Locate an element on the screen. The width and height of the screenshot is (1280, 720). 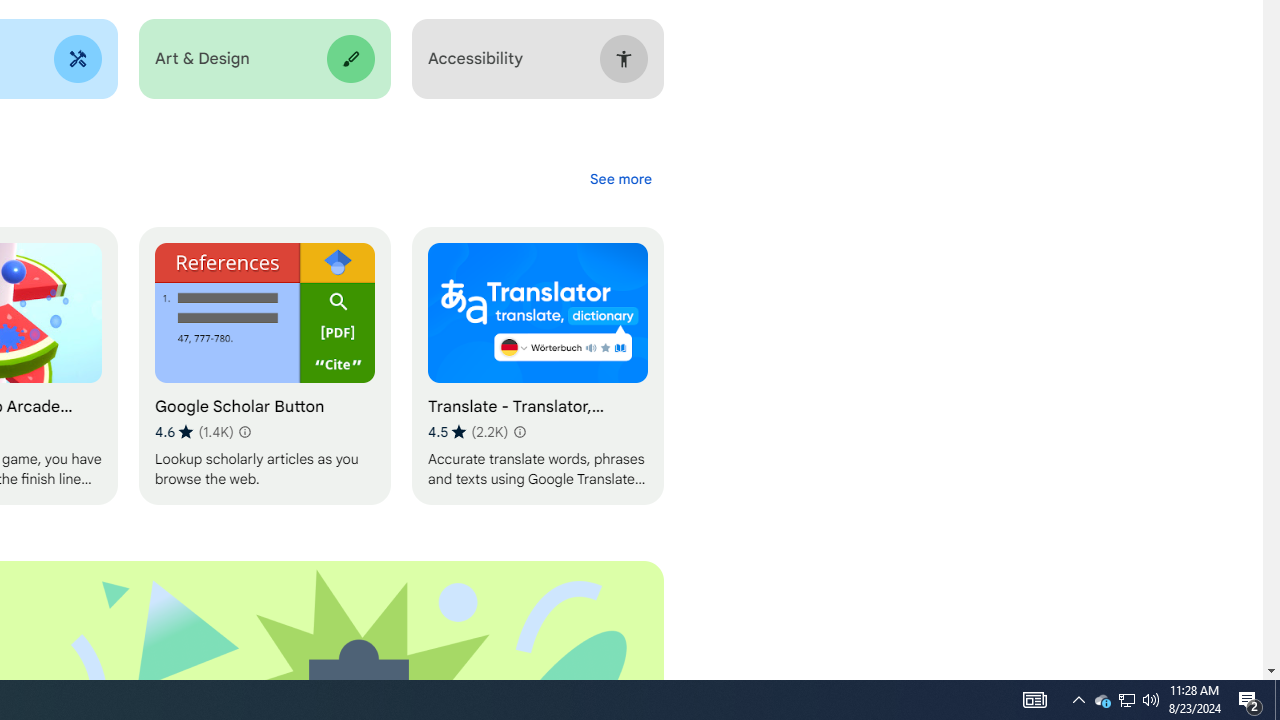
'Average rating 4.5 out of 5 stars. 2.2K ratings.' is located at coordinates (466, 431).